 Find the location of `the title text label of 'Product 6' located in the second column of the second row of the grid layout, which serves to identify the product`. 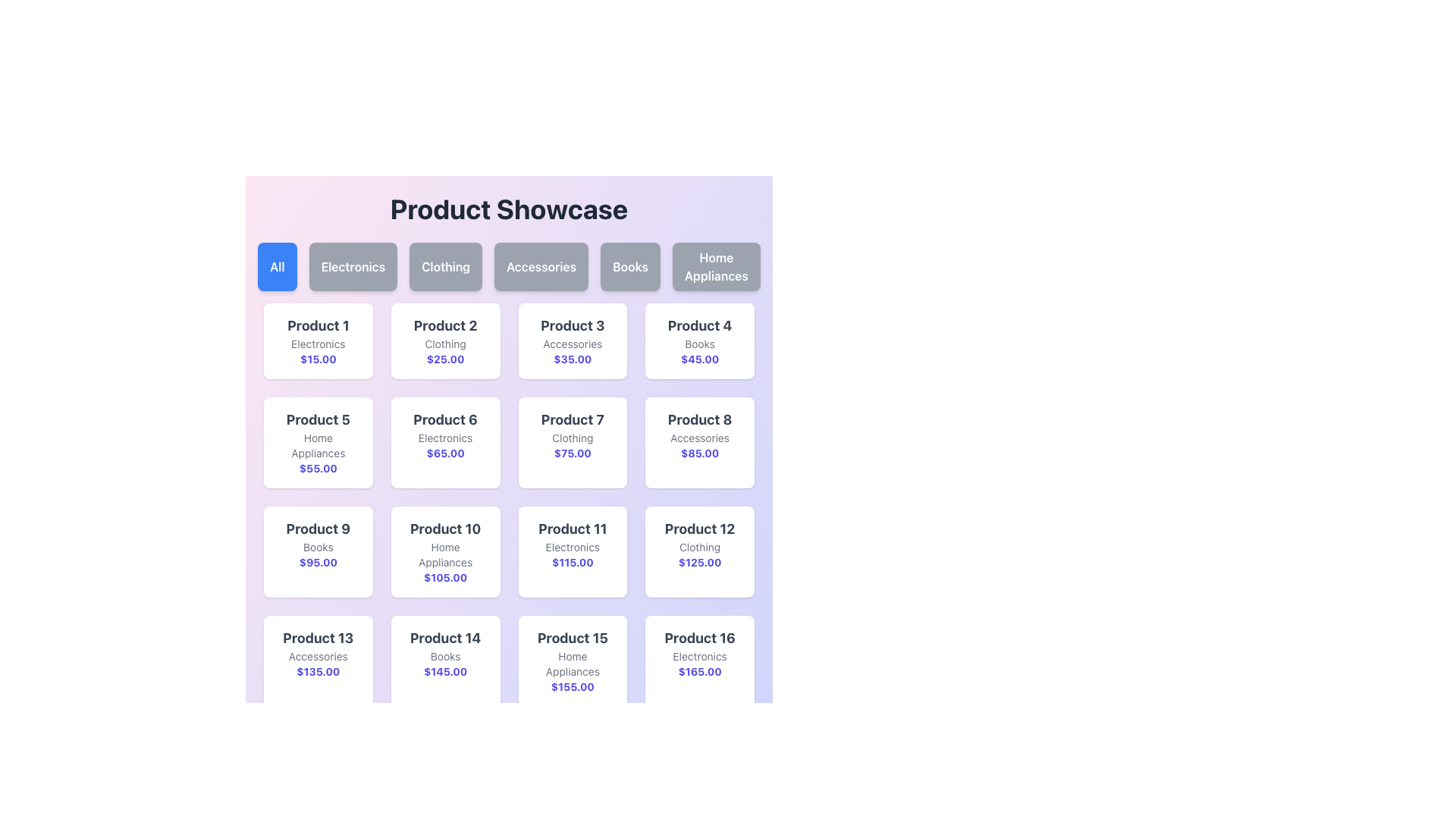

the title text label of 'Product 6' located in the second column of the second row of the grid layout, which serves to identify the product is located at coordinates (444, 420).